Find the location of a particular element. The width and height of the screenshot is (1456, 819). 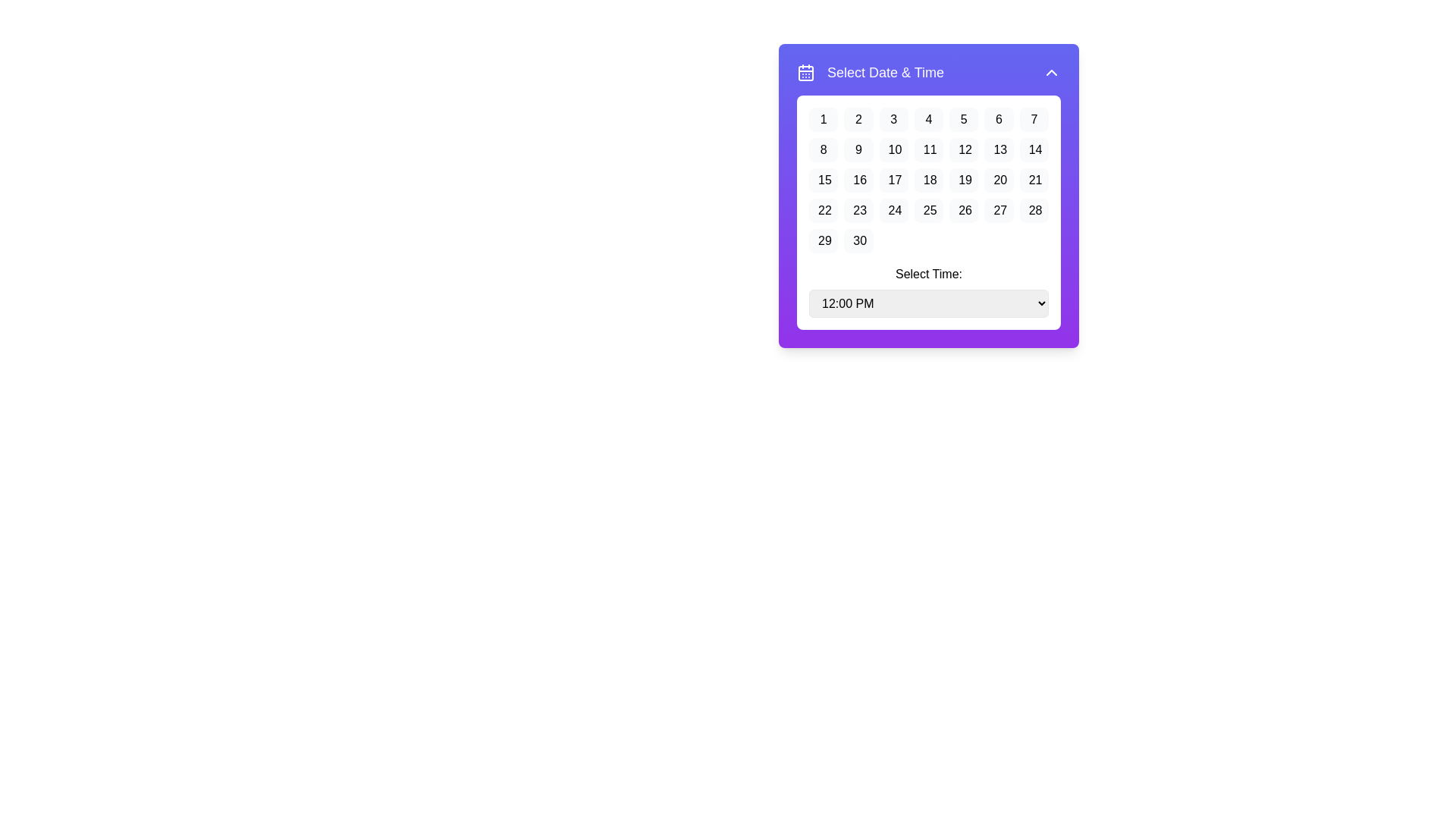

the selectable button for the number '7' in the 'Select Date & Time' modal is located at coordinates (1033, 119).